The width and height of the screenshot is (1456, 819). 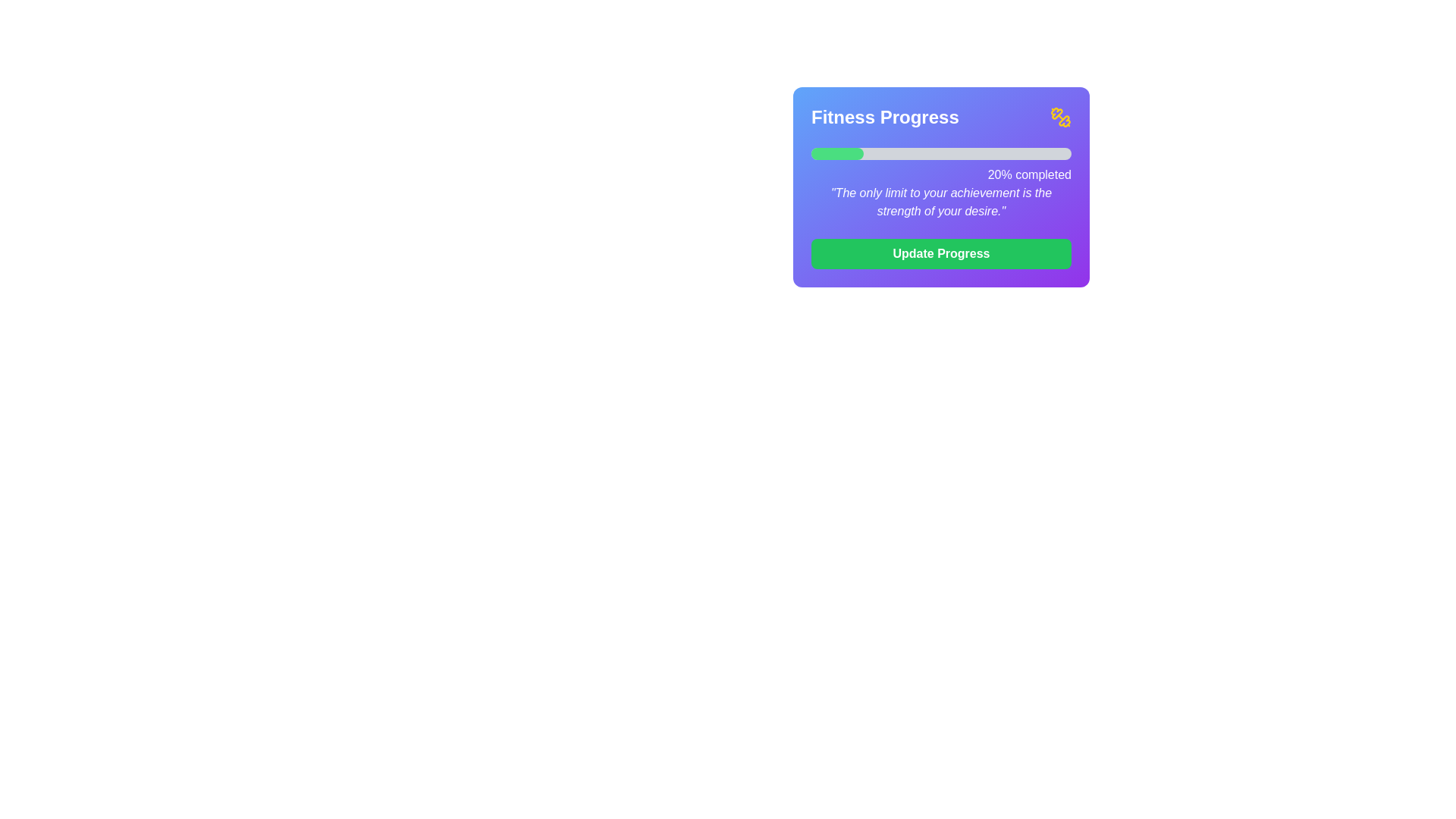 What do you see at coordinates (940, 154) in the screenshot?
I see `the progress bar located at the top-central part of the purple card section labeled 'Fitness Progress', which visually represents the completion level of the goal` at bounding box center [940, 154].